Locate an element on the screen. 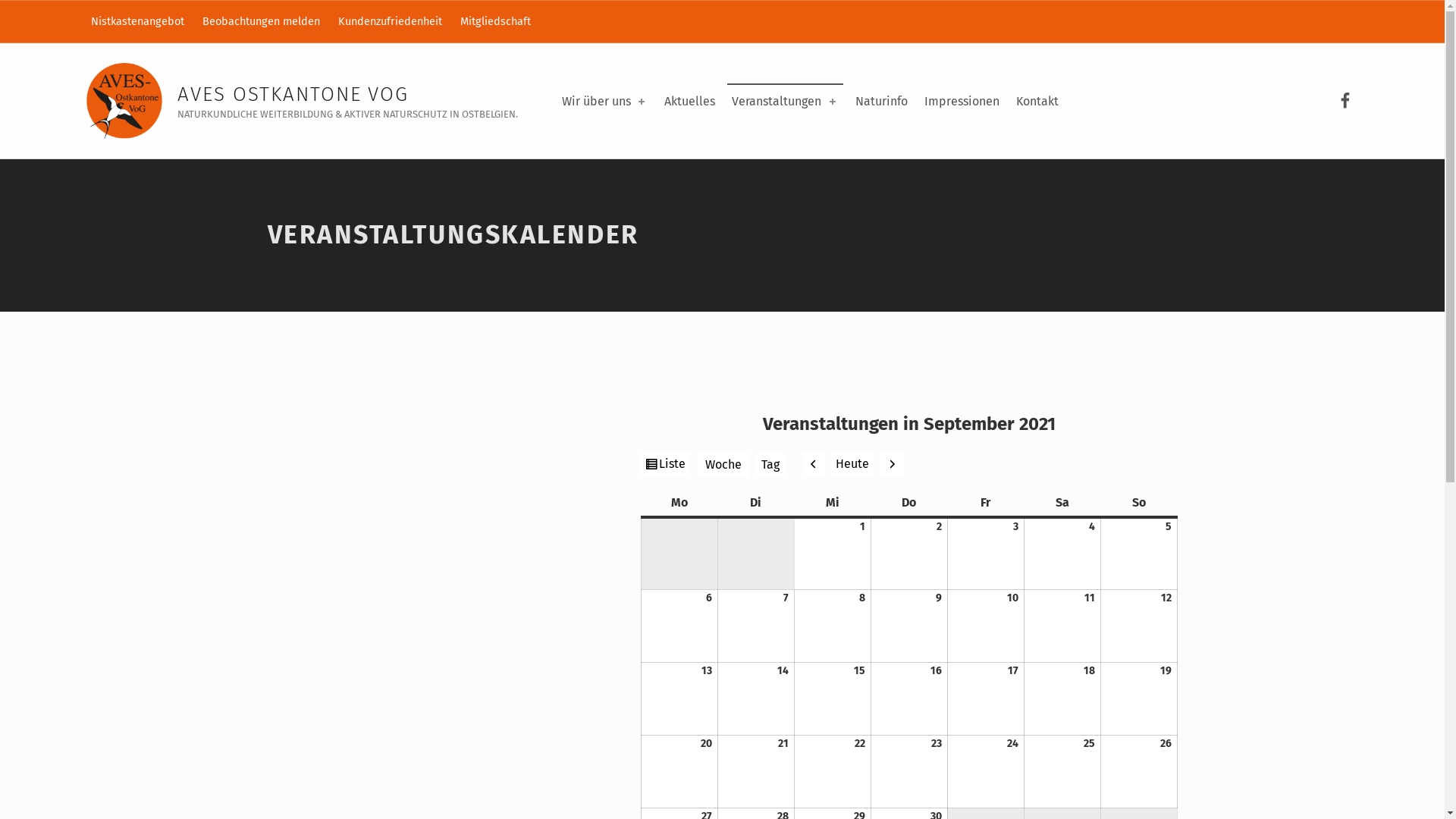 This screenshot has width=1456, height=819. 'Naturinfo' is located at coordinates (881, 102).